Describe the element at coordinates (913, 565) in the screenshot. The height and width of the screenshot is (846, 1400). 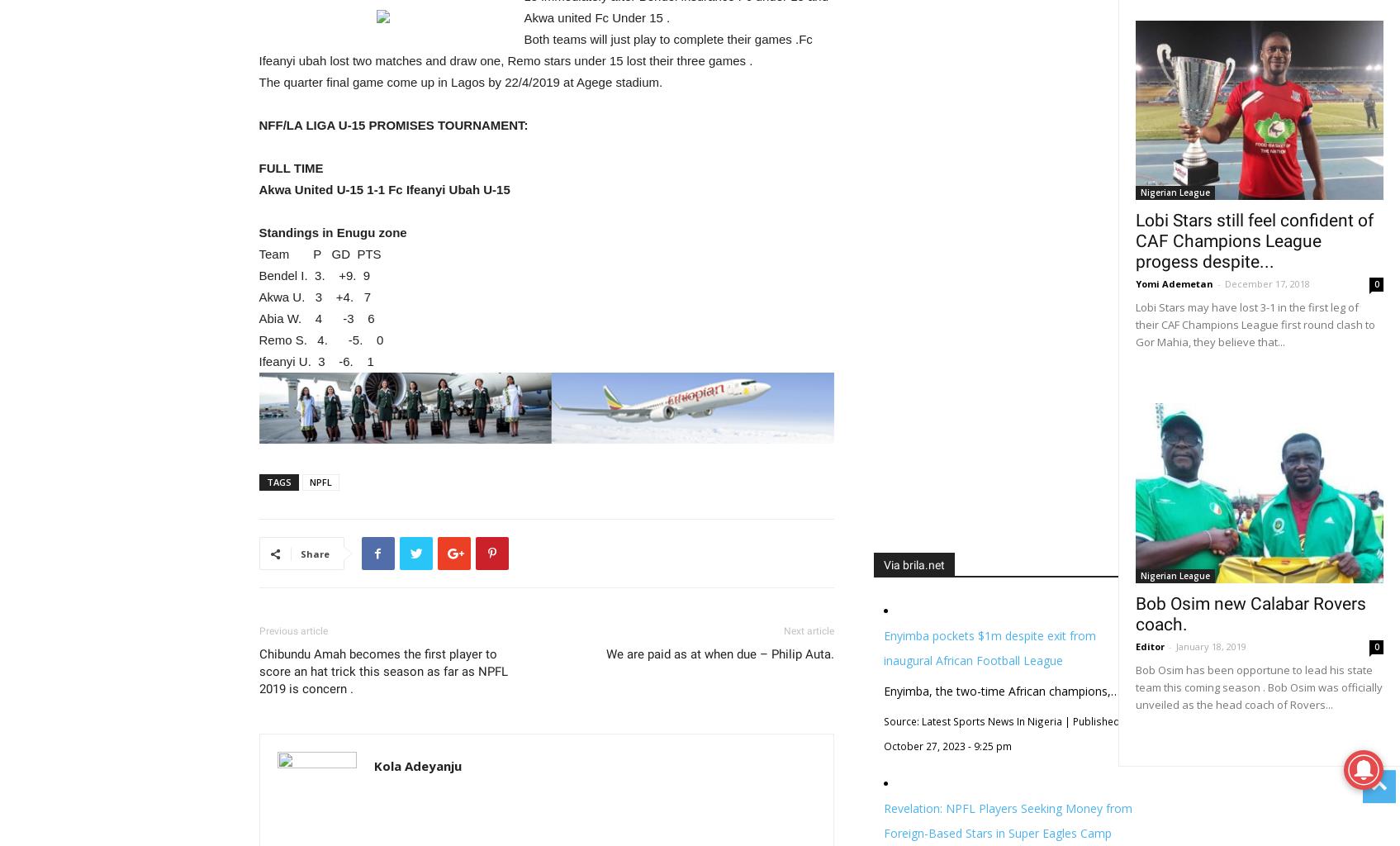
I see `'Via brila.net'` at that location.